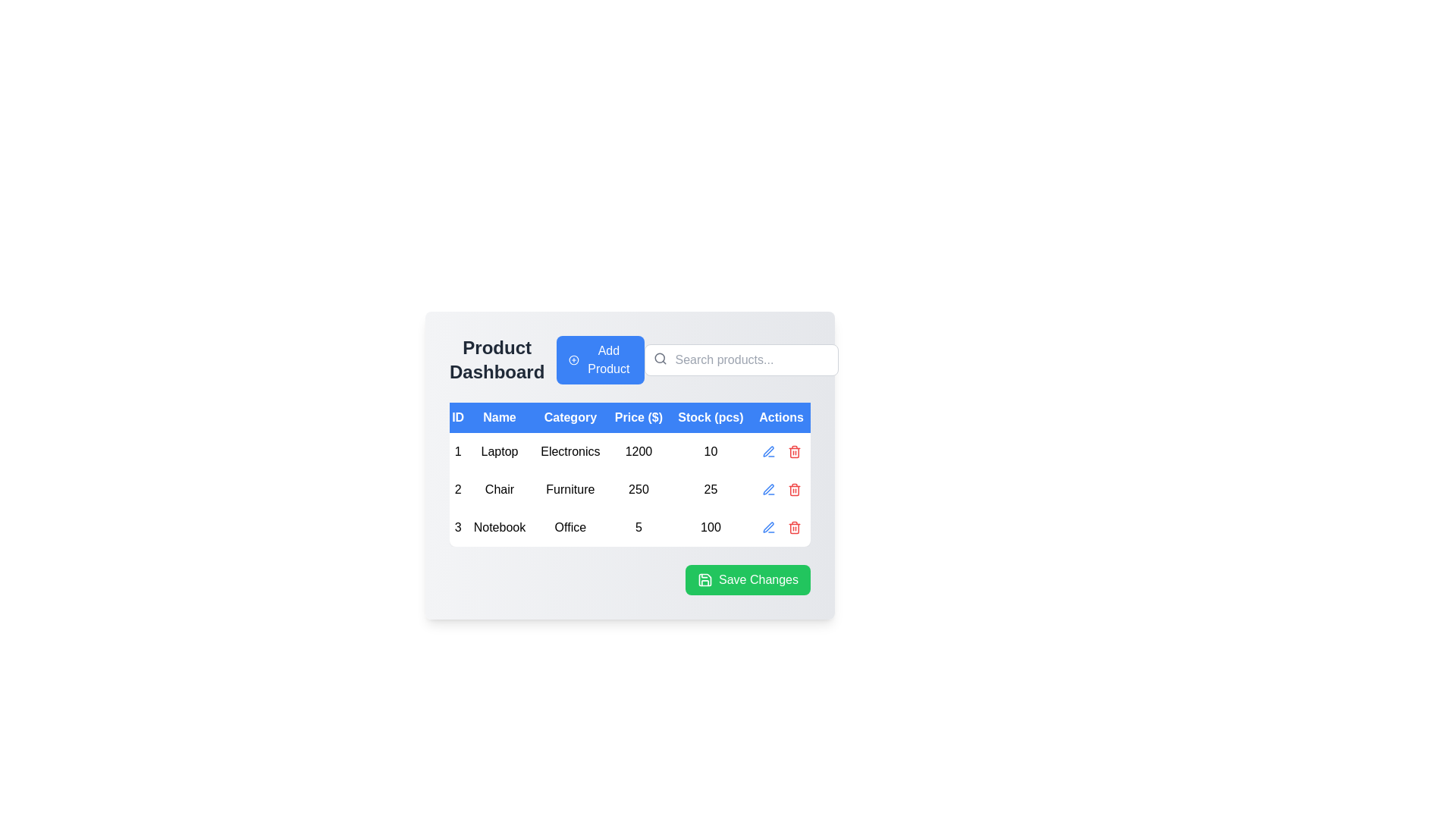 The height and width of the screenshot is (819, 1456). Describe the element at coordinates (600, 359) in the screenshot. I see `the button located to the right of 'Product Dashboard' and to the left of the search input field to change its color tone` at that location.